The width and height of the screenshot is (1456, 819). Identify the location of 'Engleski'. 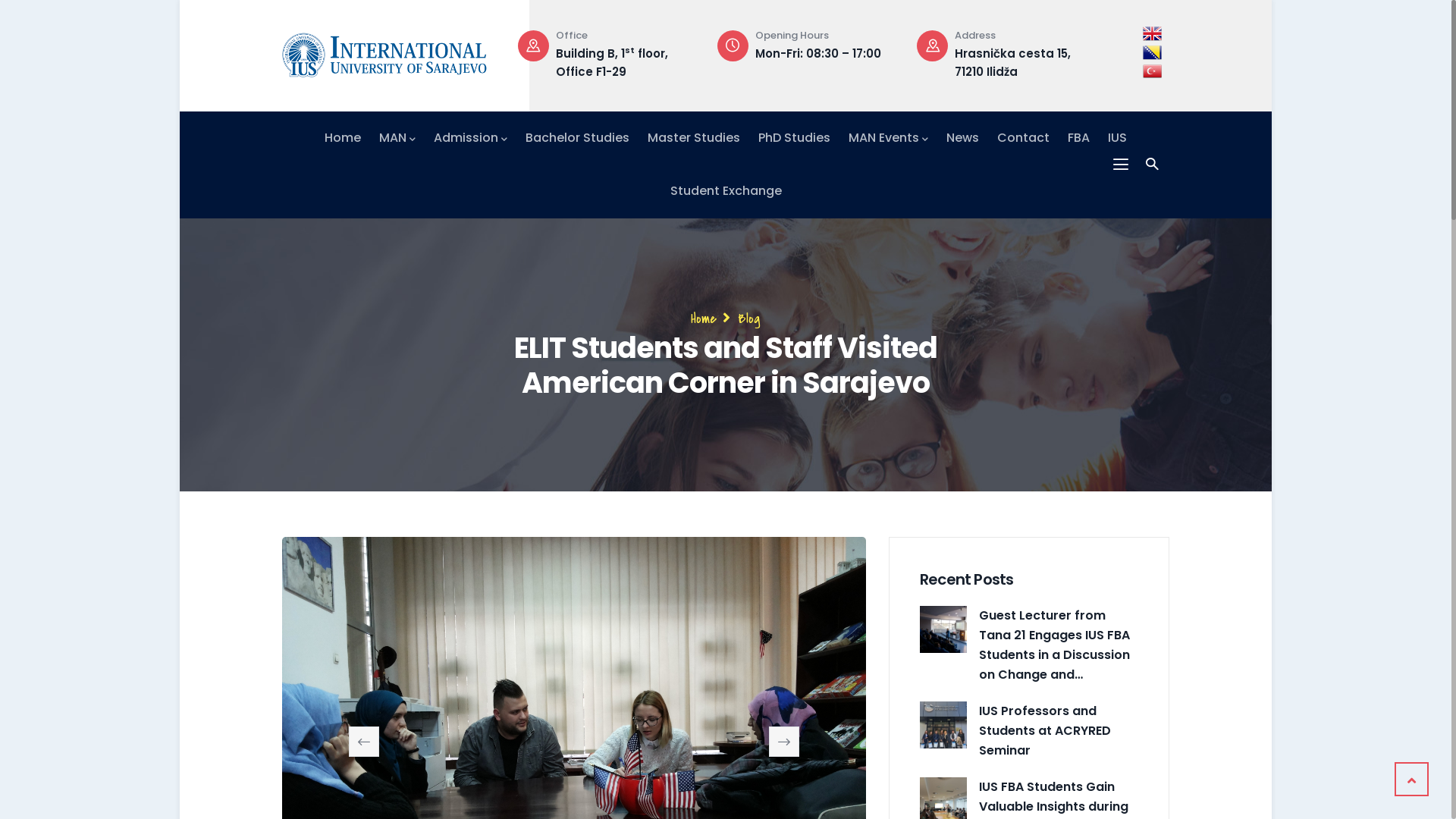
(1152, 33).